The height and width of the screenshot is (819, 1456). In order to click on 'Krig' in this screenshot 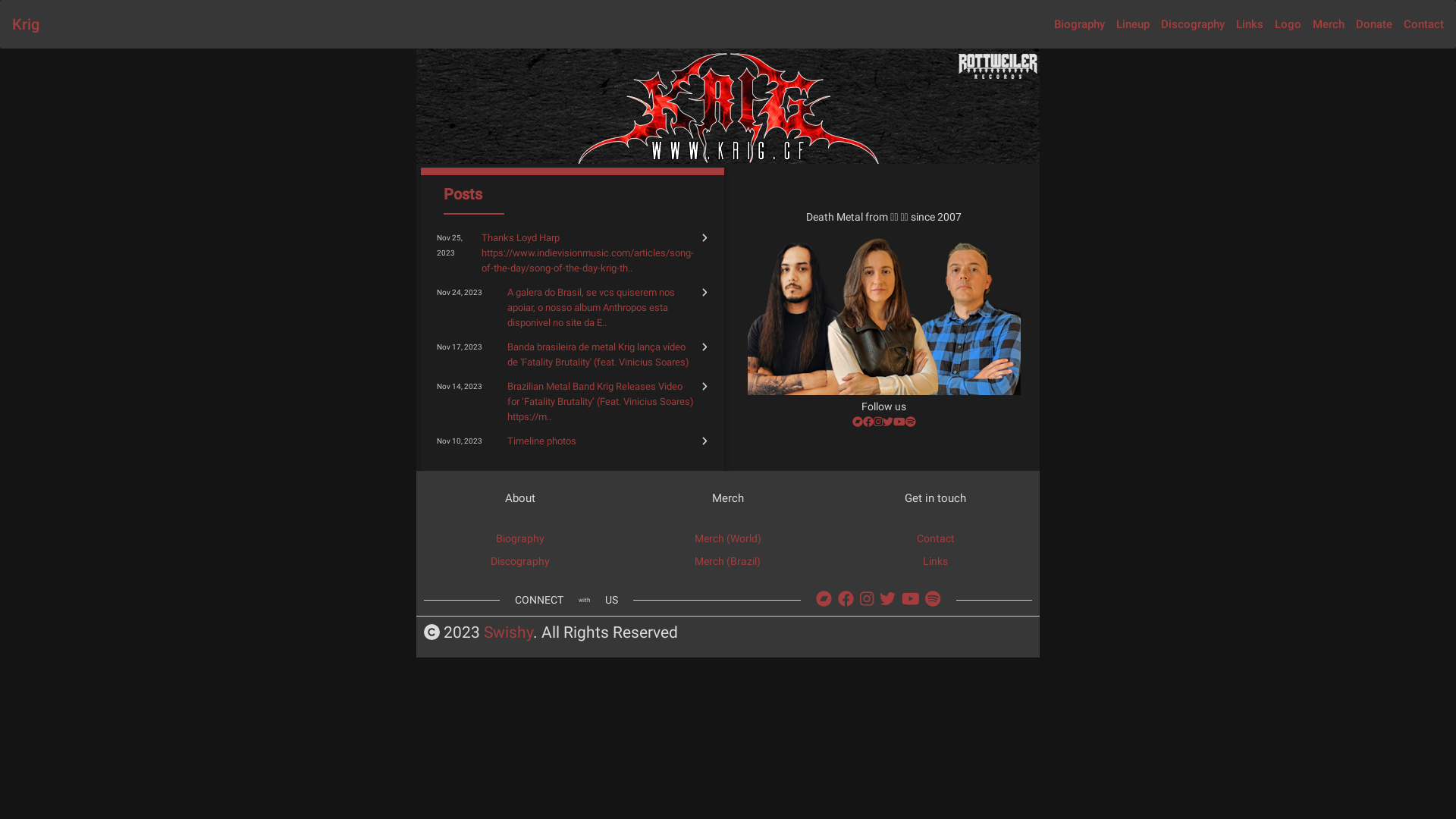, I will do `click(25, 24)`.